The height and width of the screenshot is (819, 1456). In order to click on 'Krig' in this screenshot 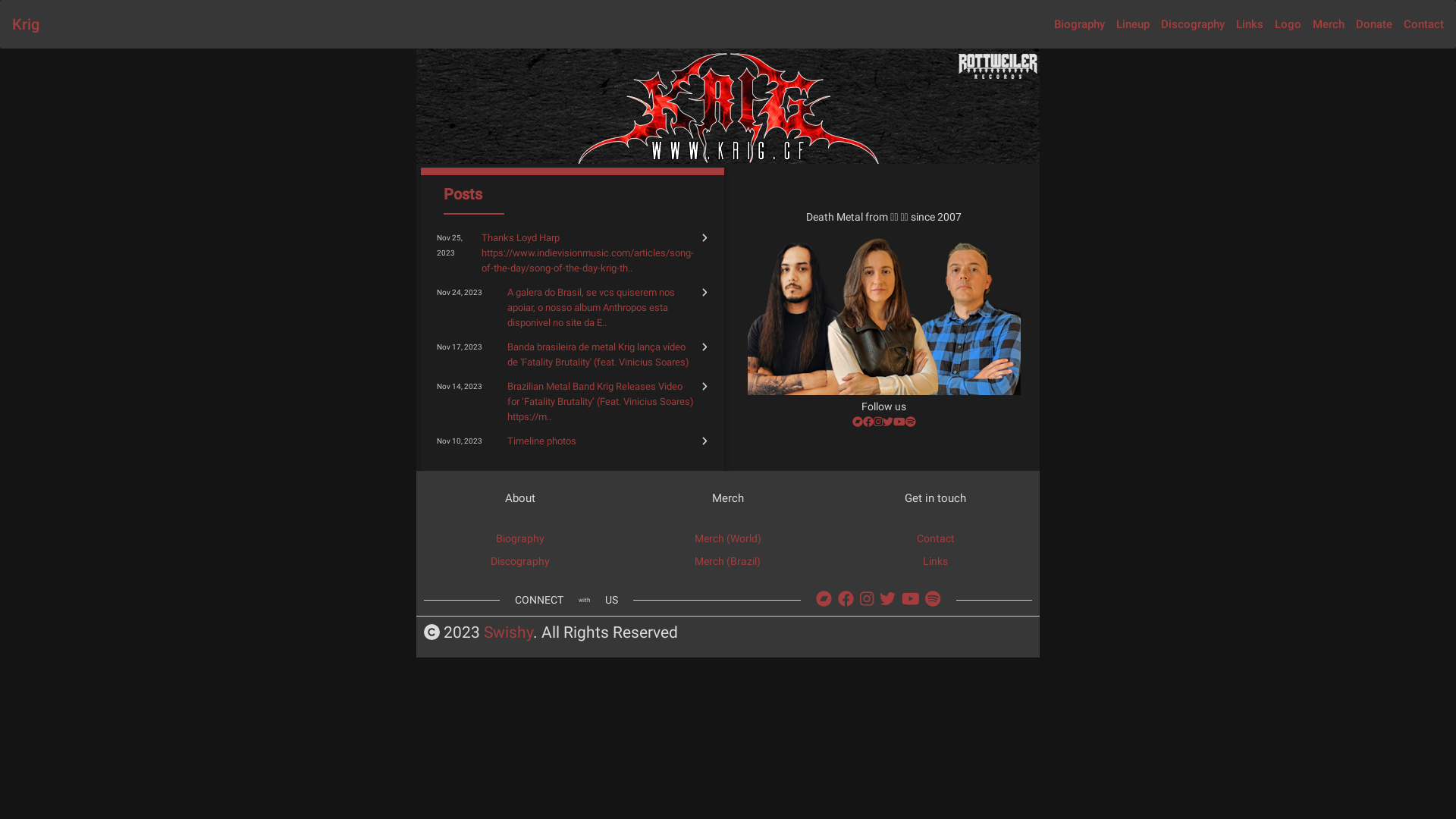, I will do `click(25, 24)`.